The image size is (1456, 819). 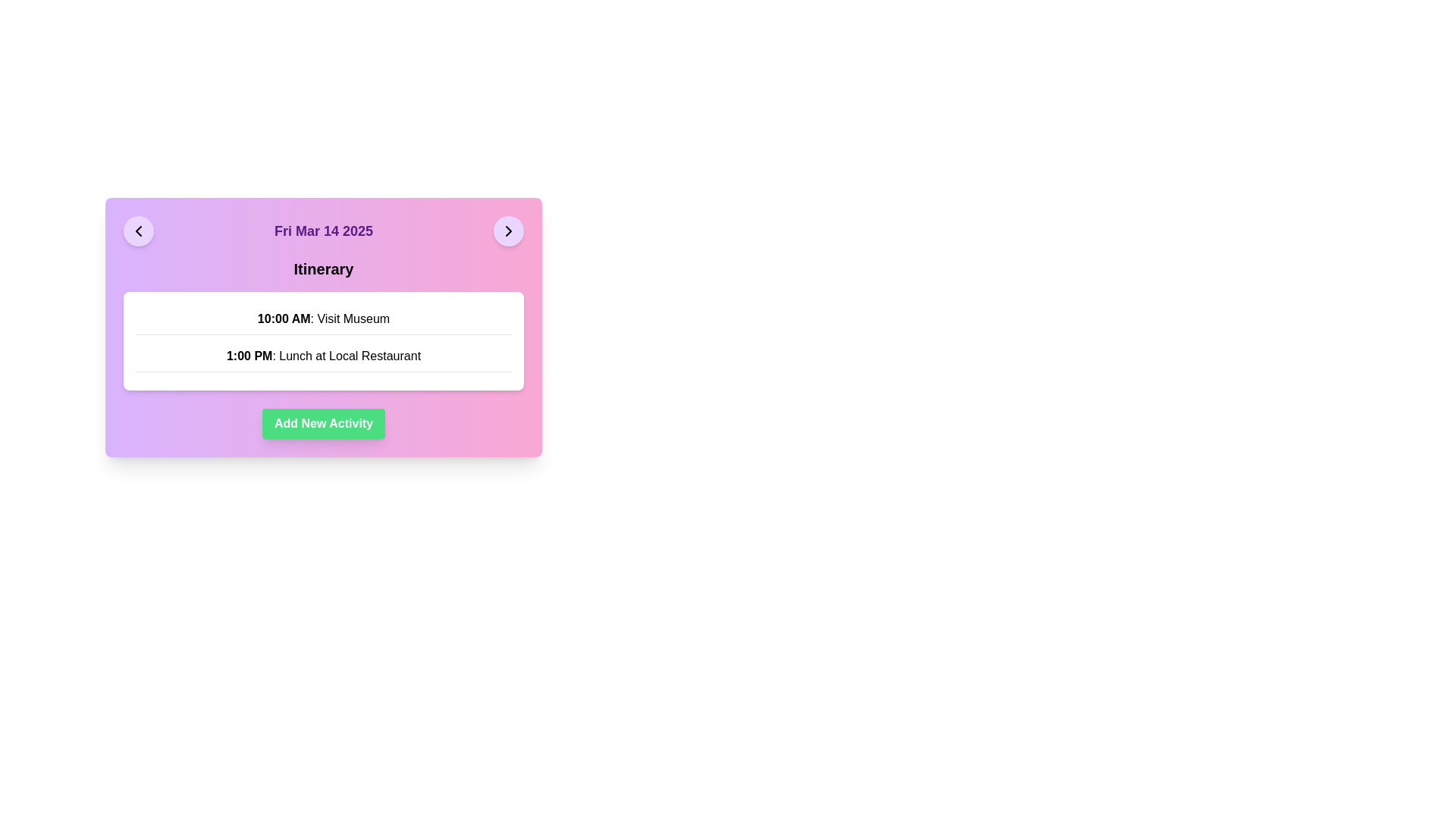 What do you see at coordinates (509, 231) in the screenshot?
I see `the navigation chevron button located in the upper-right corner of the itinerary card` at bounding box center [509, 231].